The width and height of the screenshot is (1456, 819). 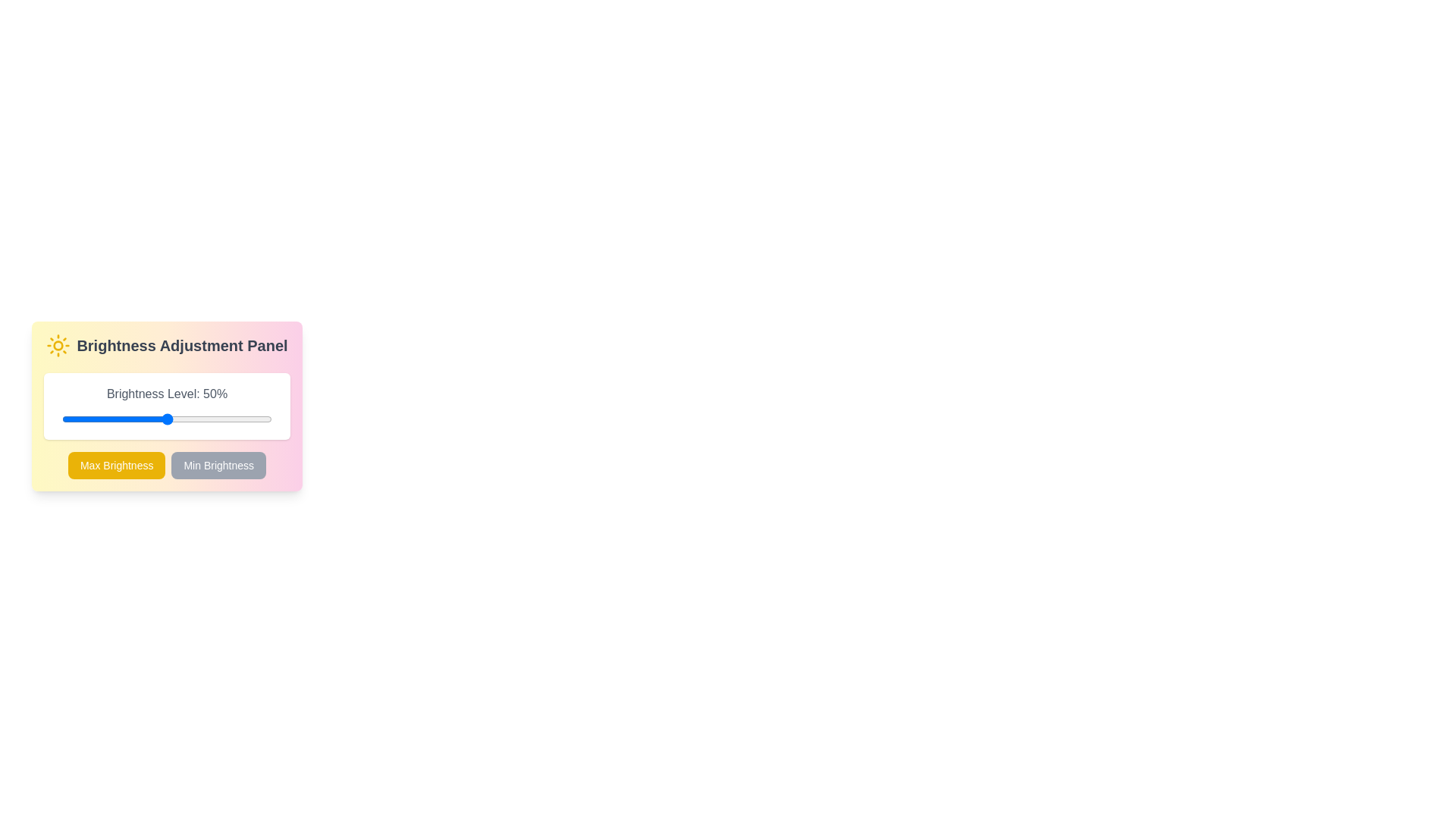 I want to click on the brightness by dragging the slider to 48%, so click(x=163, y=419).